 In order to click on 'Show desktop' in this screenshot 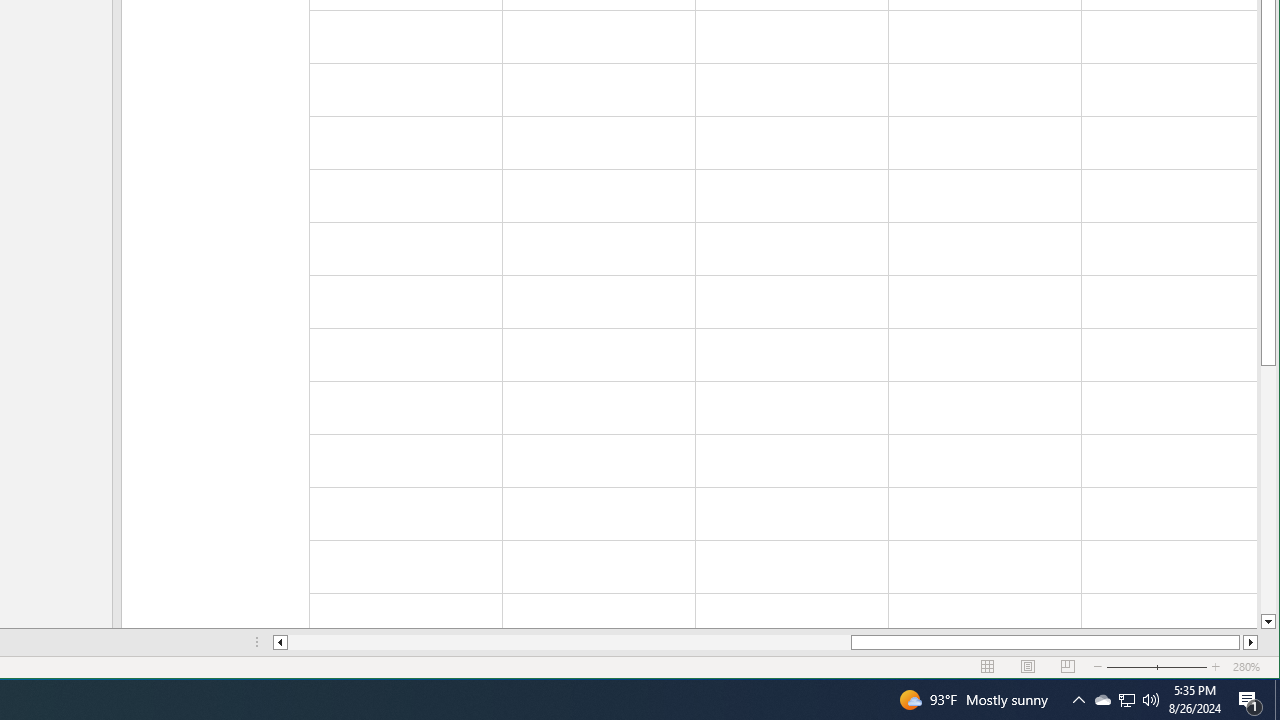, I will do `click(1276, 698)`.